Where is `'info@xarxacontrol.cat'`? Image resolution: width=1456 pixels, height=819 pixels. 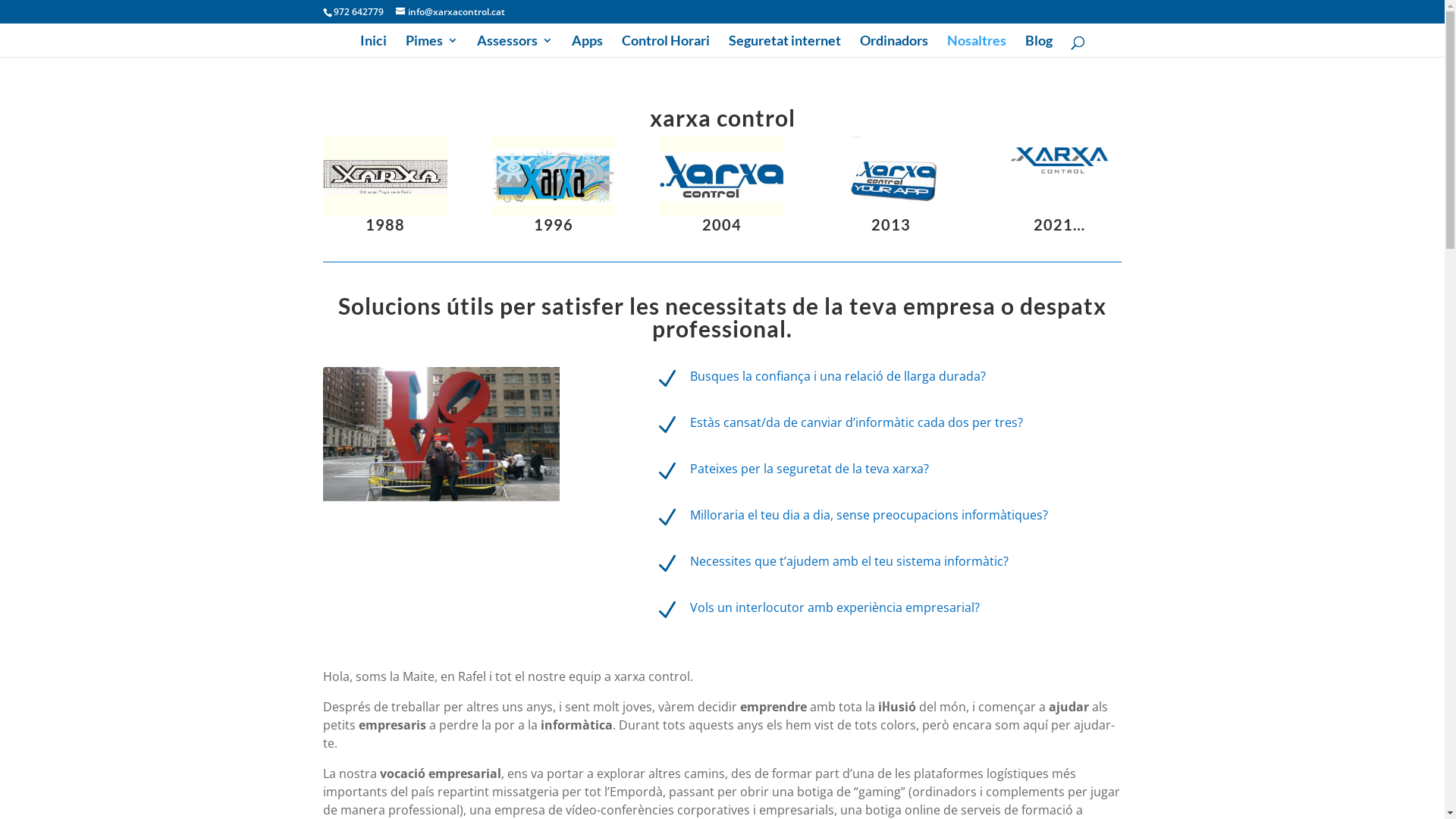
'info@xarxacontrol.cat' is located at coordinates (450, 11).